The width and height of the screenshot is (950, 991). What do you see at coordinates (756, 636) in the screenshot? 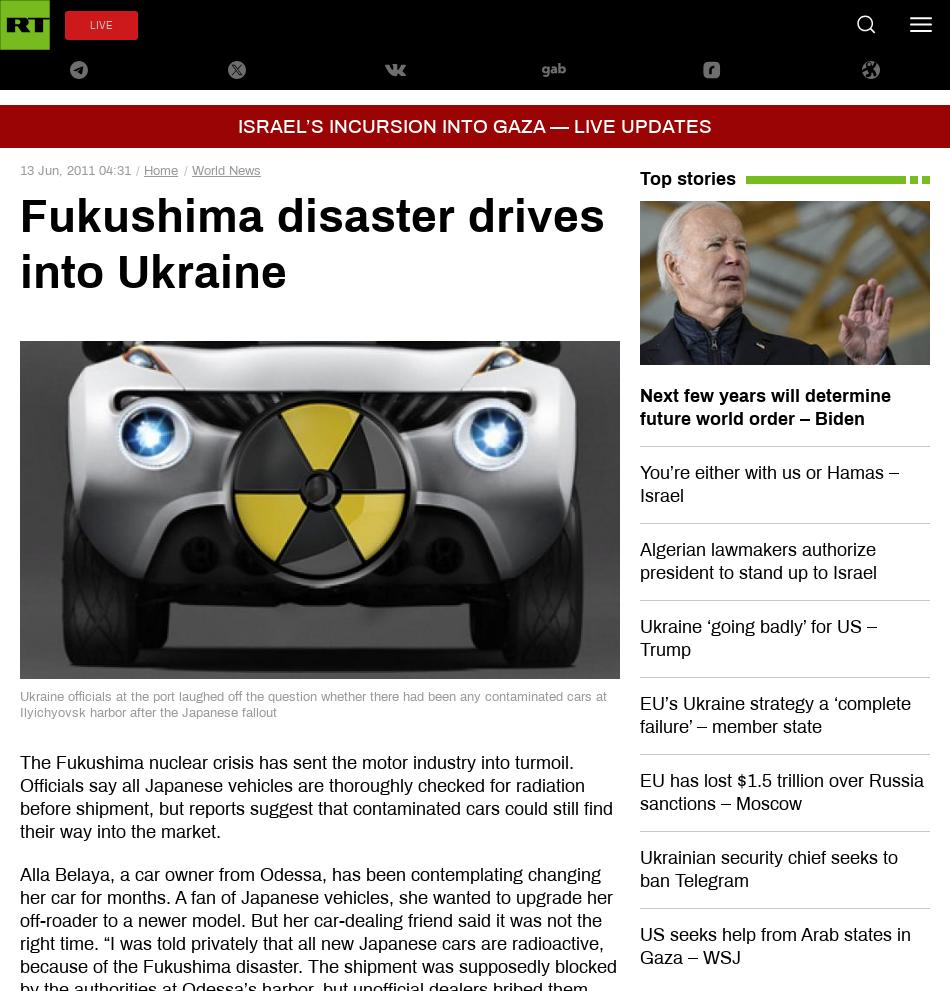
I see `'Ukraine ‘going badly’ for US – Trump'` at bounding box center [756, 636].